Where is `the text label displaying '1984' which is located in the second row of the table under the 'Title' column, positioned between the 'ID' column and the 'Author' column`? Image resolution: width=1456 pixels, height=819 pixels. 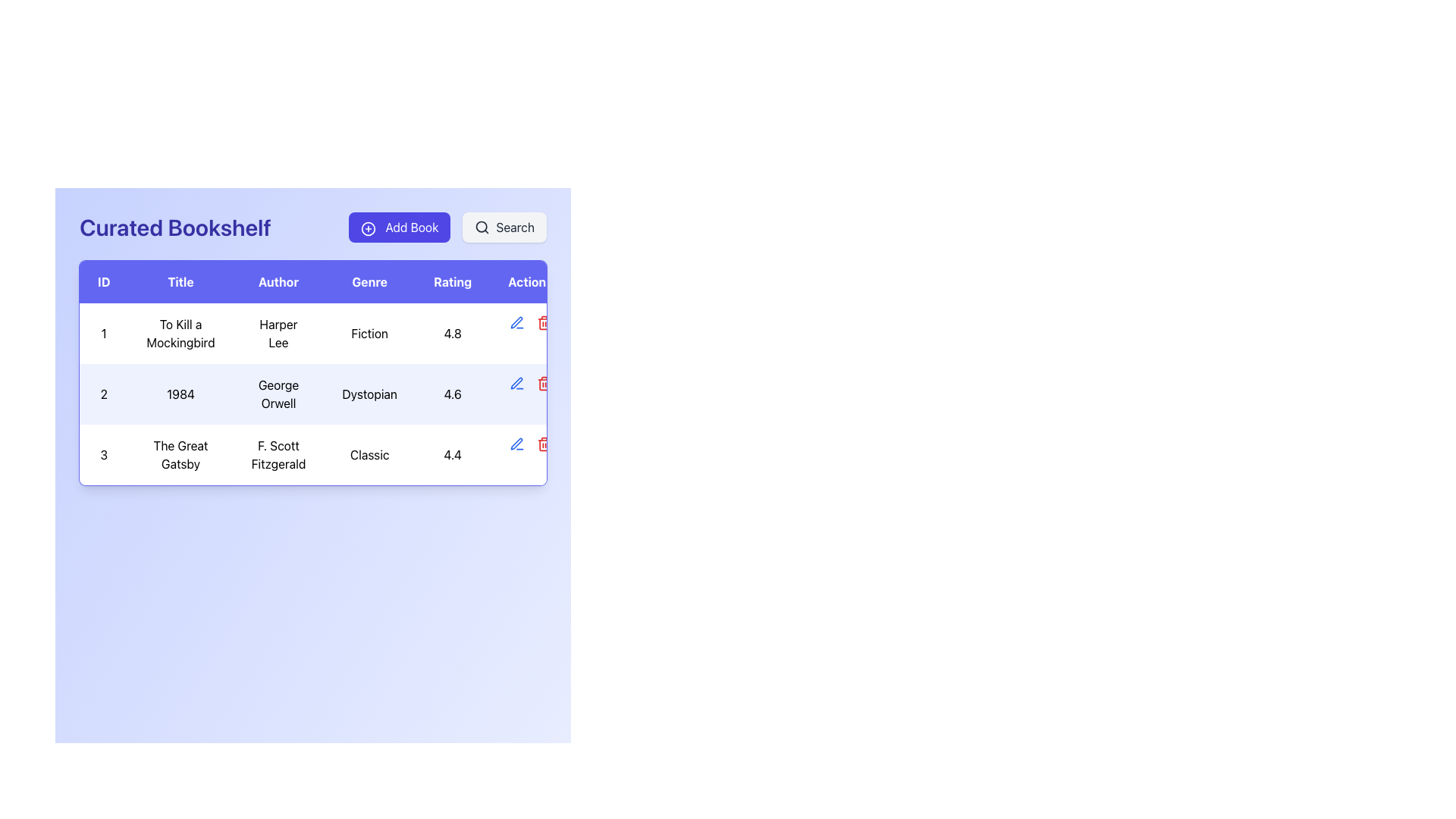
the text label displaying '1984' which is located in the second row of the table under the 'Title' column, positioned between the 'ID' column and the 'Author' column is located at coordinates (180, 394).